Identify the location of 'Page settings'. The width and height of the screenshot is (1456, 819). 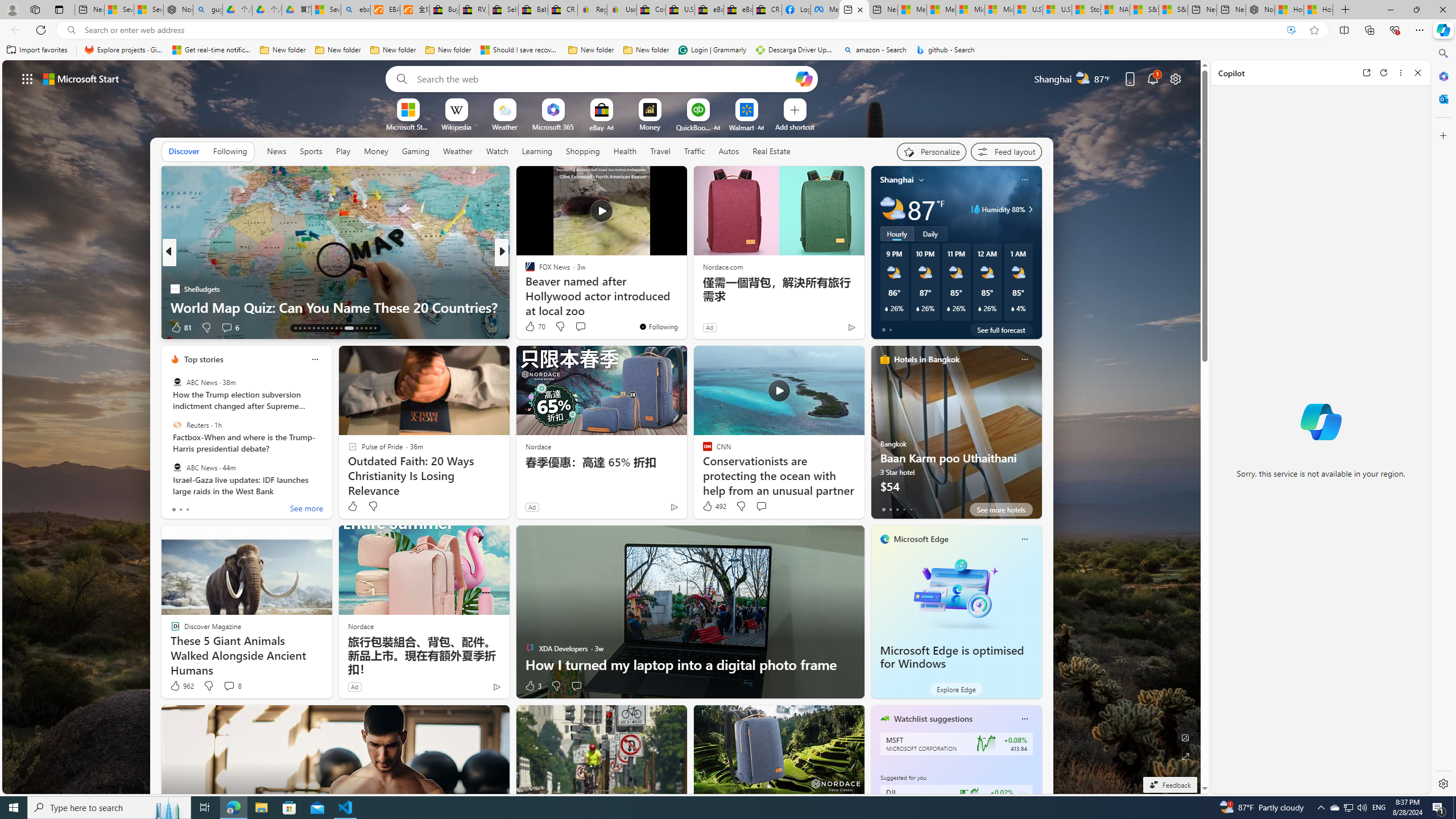
(1175, 78).